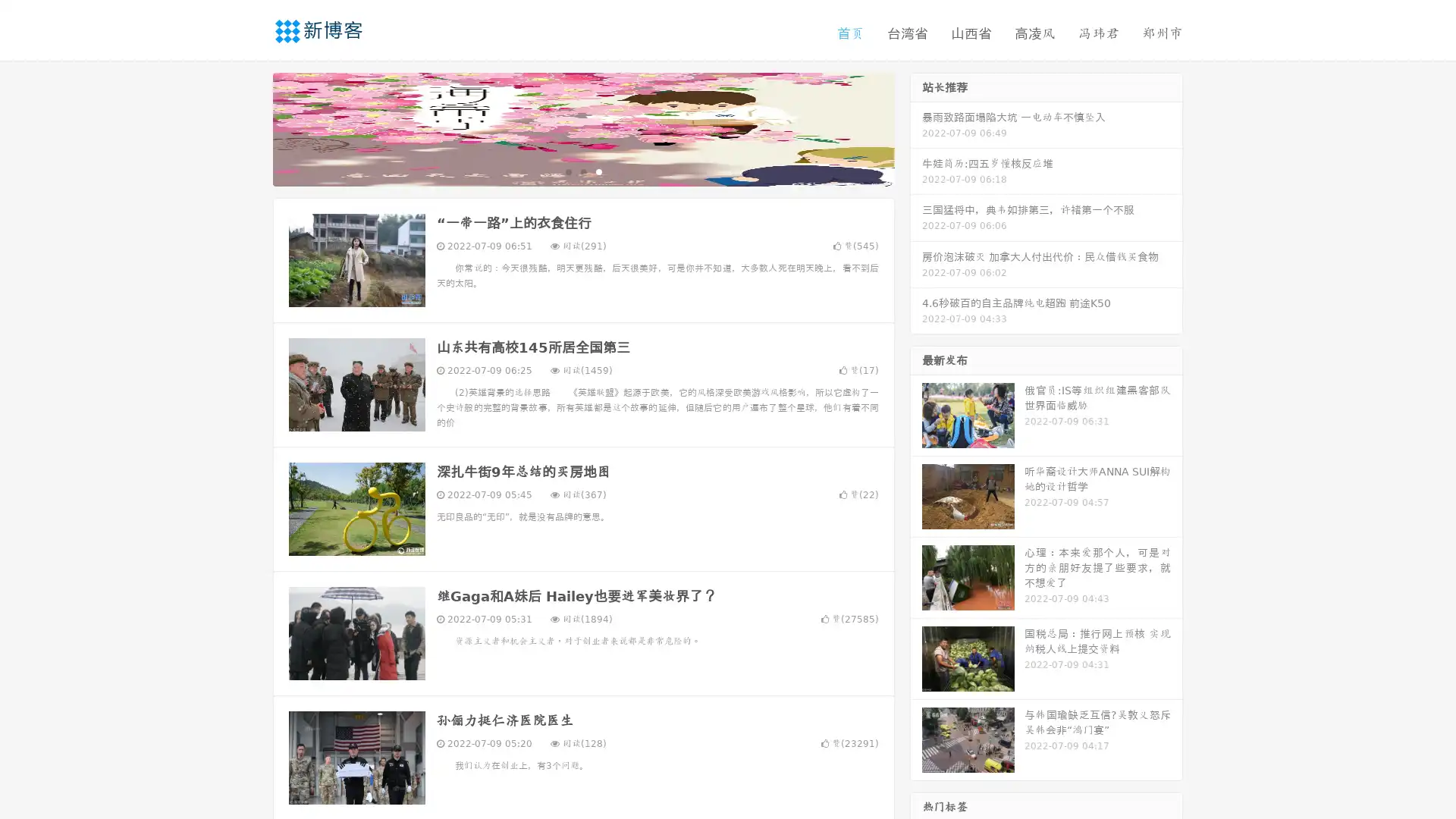 The width and height of the screenshot is (1456, 819). What do you see at coordinates (598, 171) in the screenshot?
I see `Go to slide 3` at bounding box center [598, 171].